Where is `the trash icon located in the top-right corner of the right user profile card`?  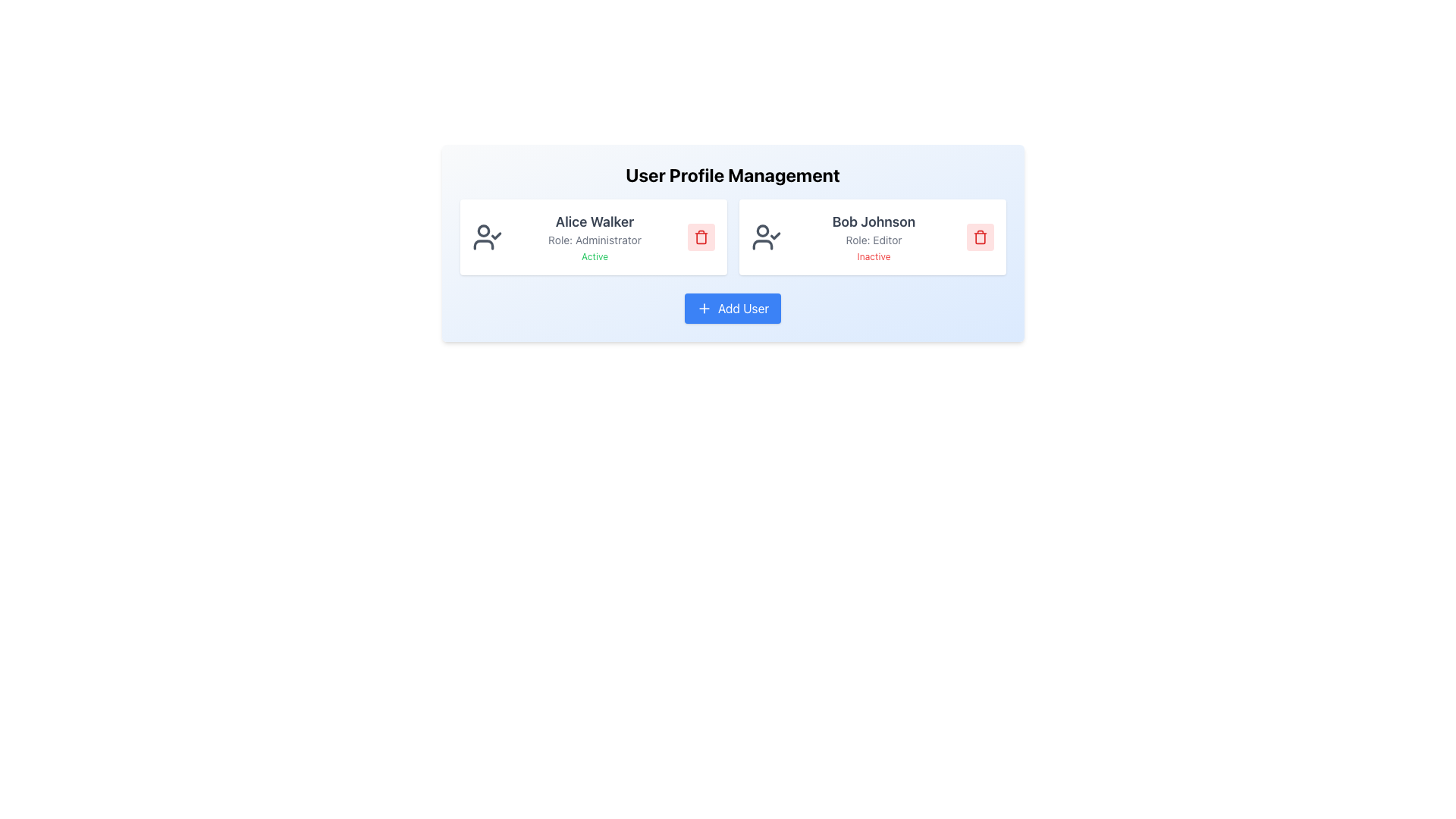
the trash icon located in the top-right corner of the right user profile card is located at coordinates (980, 237).